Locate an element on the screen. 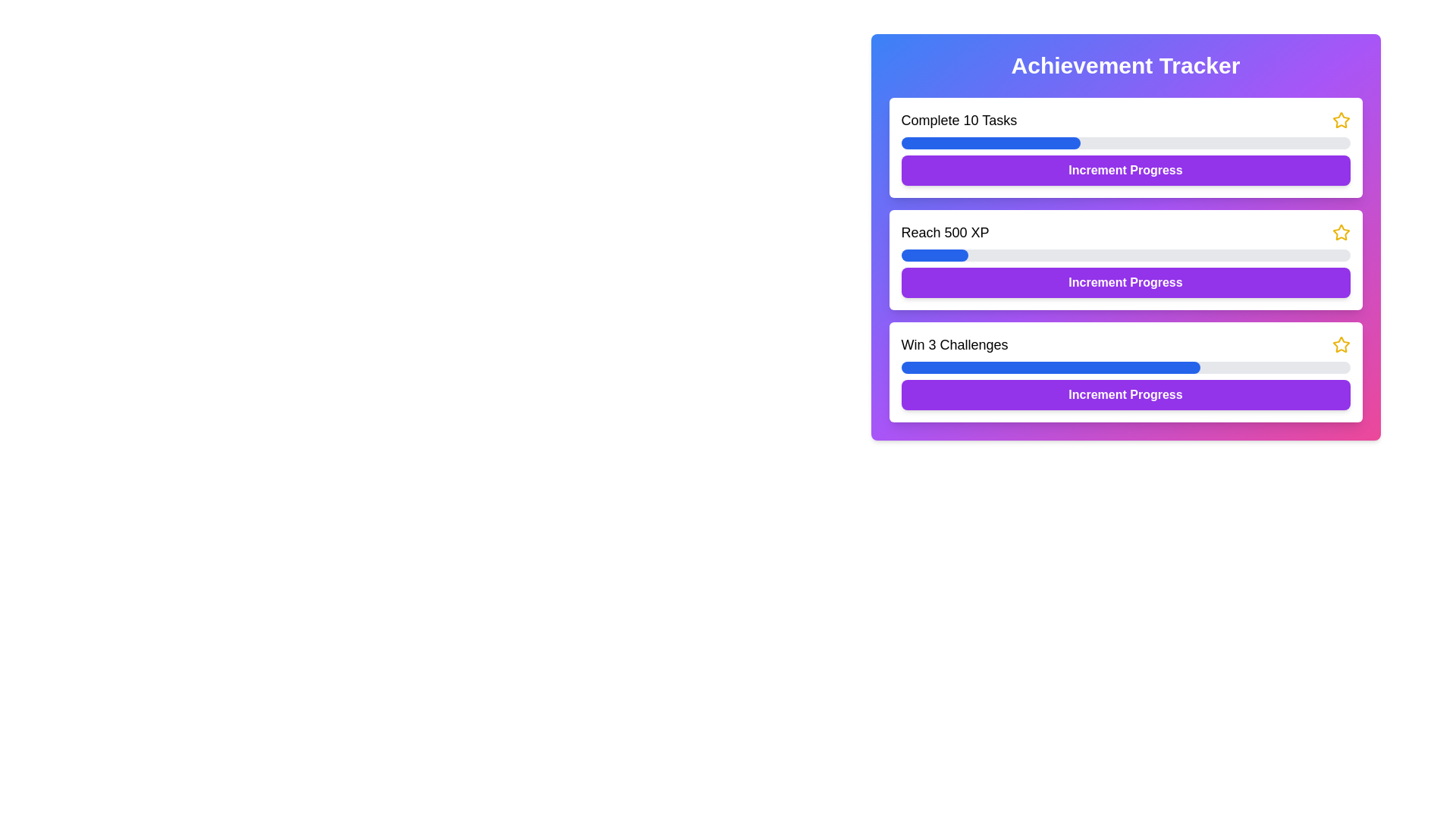  the progress bar located in the first card under the 'Achievement Tracker' header, positioned below the 'Complete 10 Tasks' header and above the 'Increment Progress' button is located at coordinates (1125, 143).